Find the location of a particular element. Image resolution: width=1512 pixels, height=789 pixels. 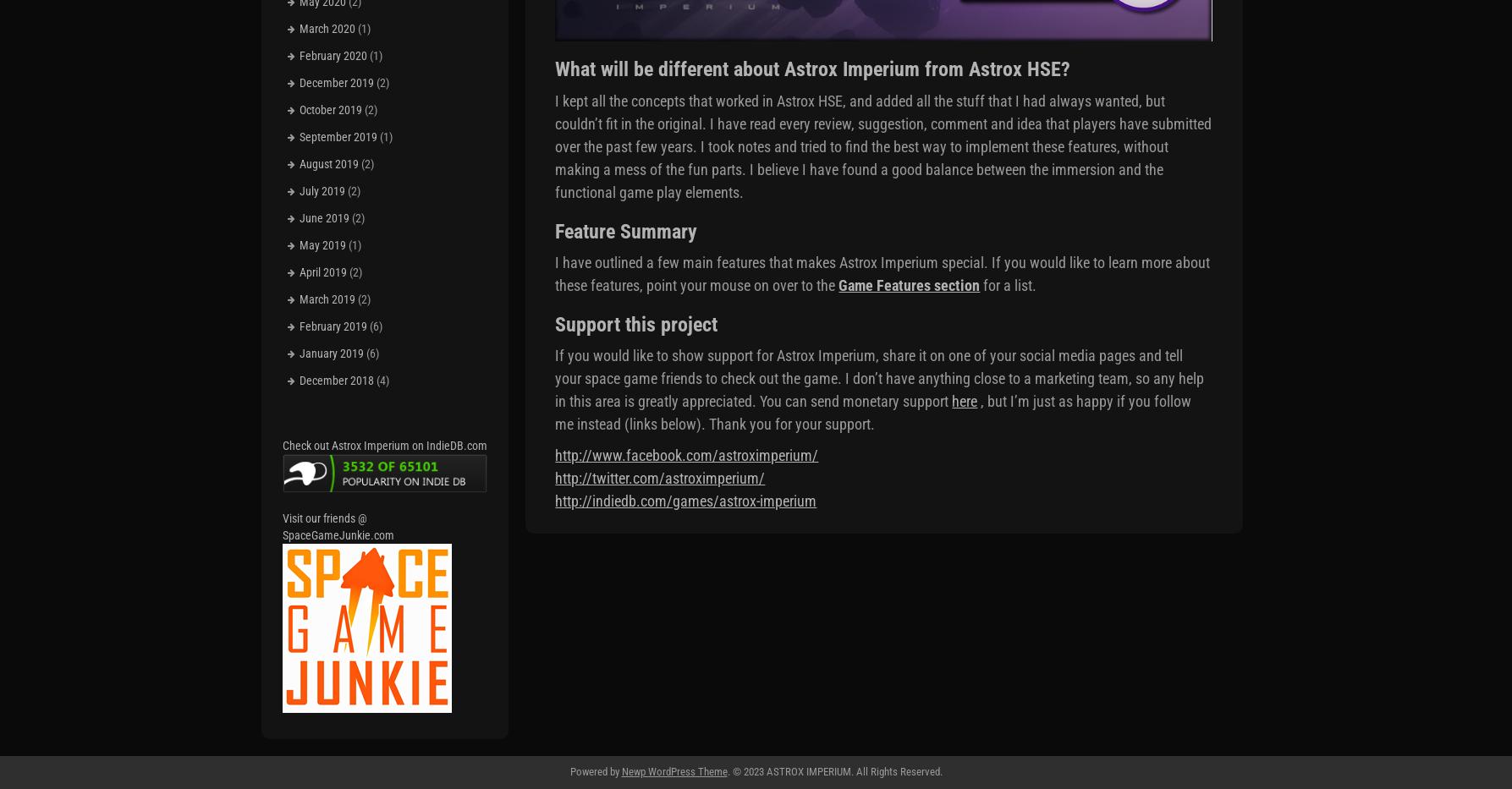

'Check out Astrox Imperium on IndieDB.com' is located at coordinates (384, 444).